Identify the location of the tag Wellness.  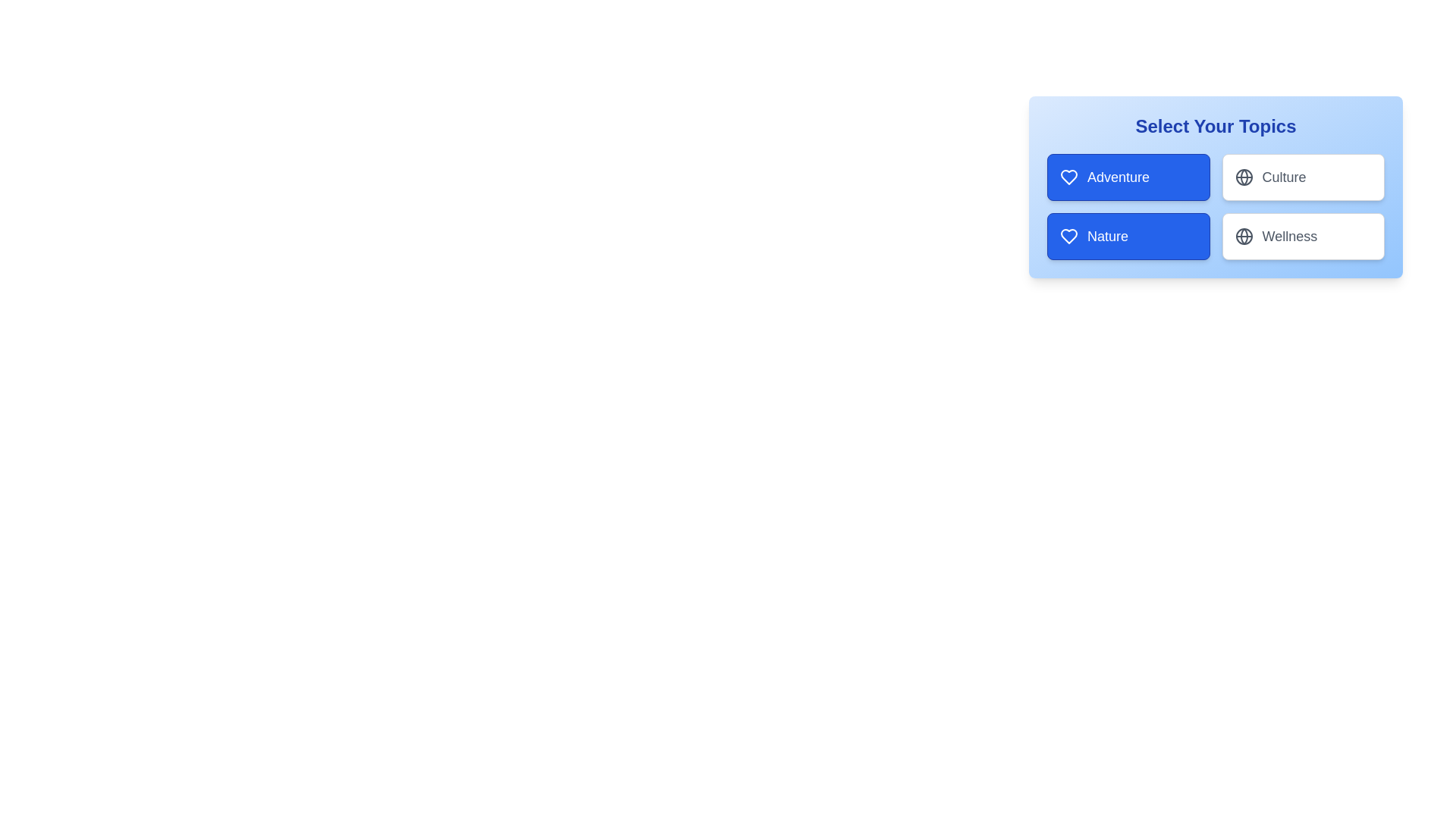
(1302, 237).